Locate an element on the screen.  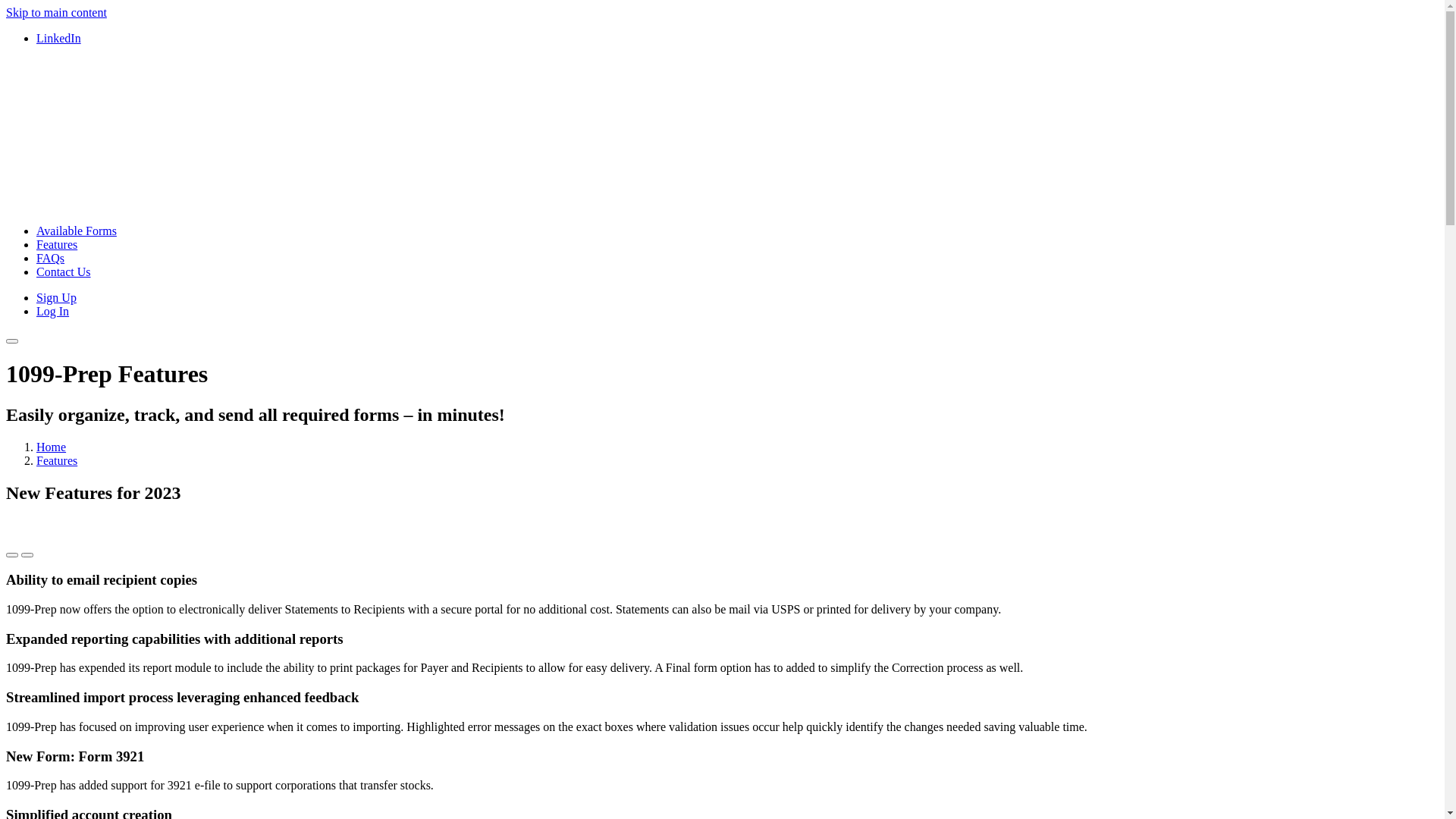
'Skip to main content' is located at coordinates (56, 12).